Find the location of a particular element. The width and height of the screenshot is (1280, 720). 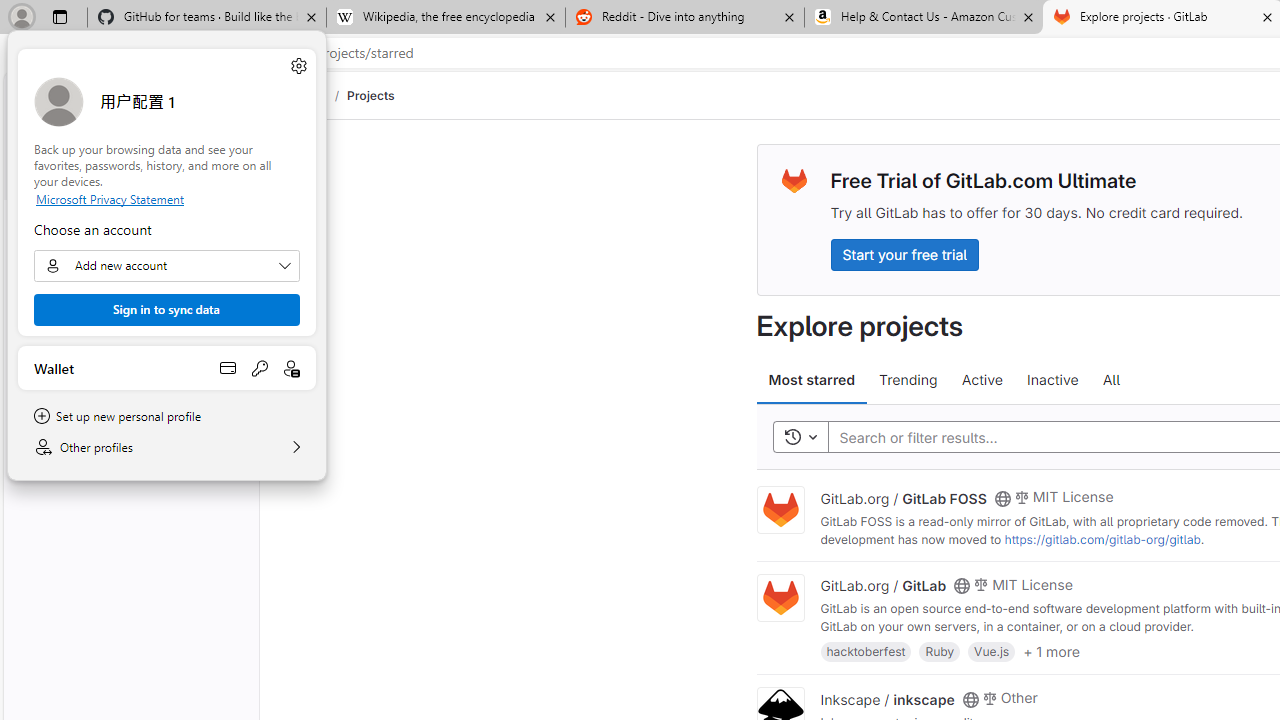

'Choose an account' is located at coordinates (167, 265).